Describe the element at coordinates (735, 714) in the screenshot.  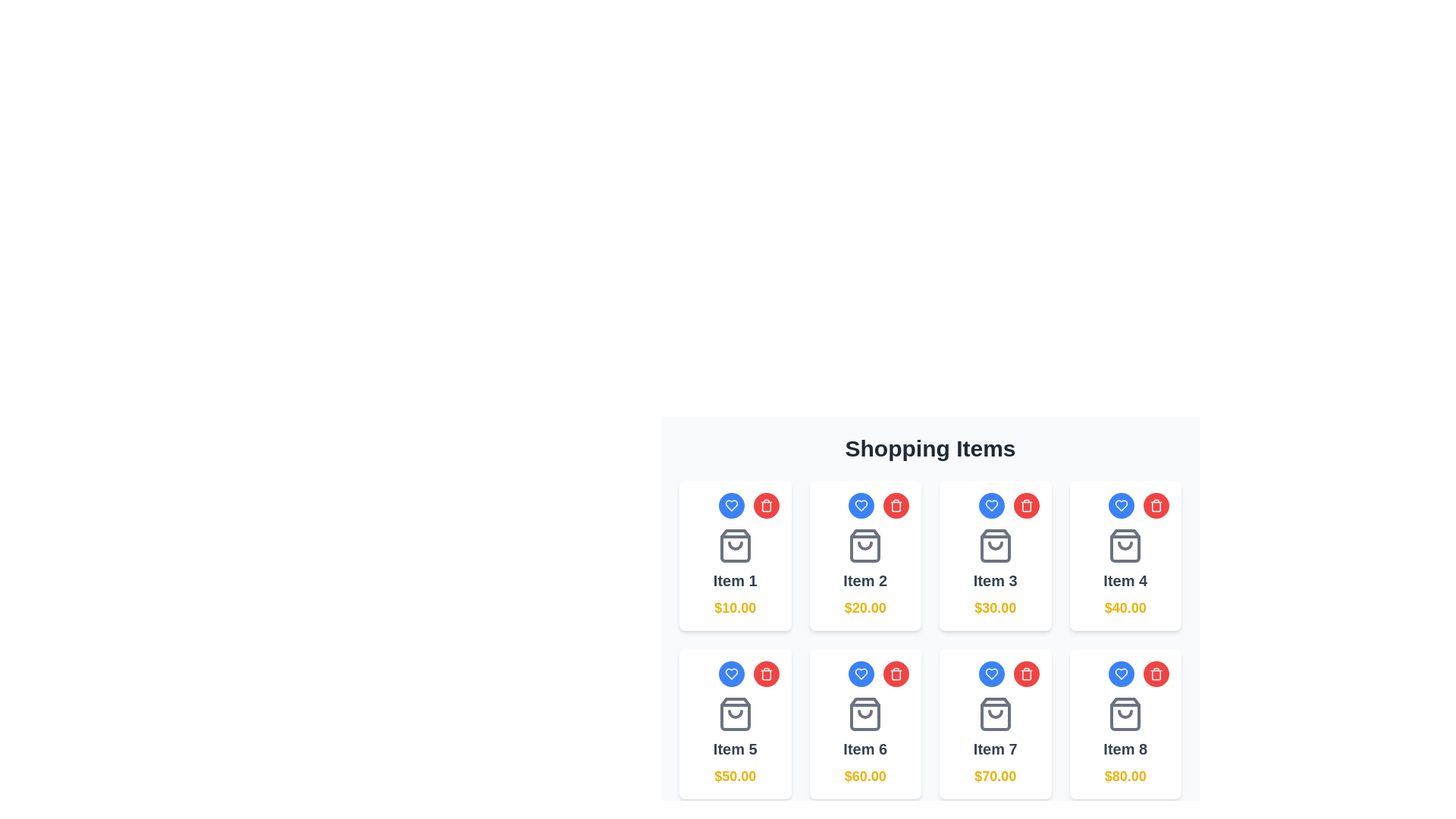
I see `the shopping bag icon component that represents 'Item 5' in the second row, first column of the item grid` at that location.